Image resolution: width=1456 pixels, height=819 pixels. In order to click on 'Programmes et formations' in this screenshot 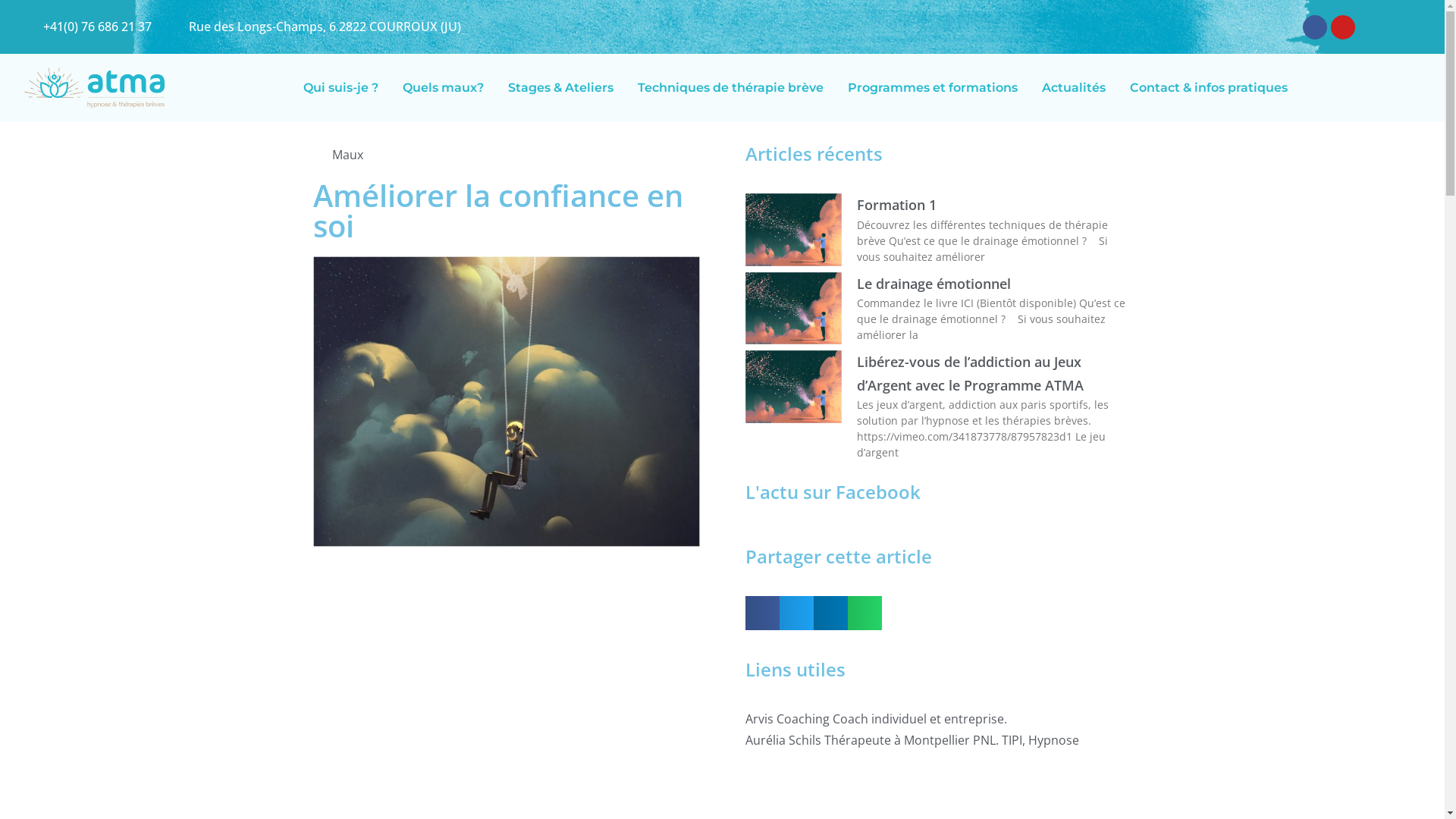, I will do `click(931, 87)`.